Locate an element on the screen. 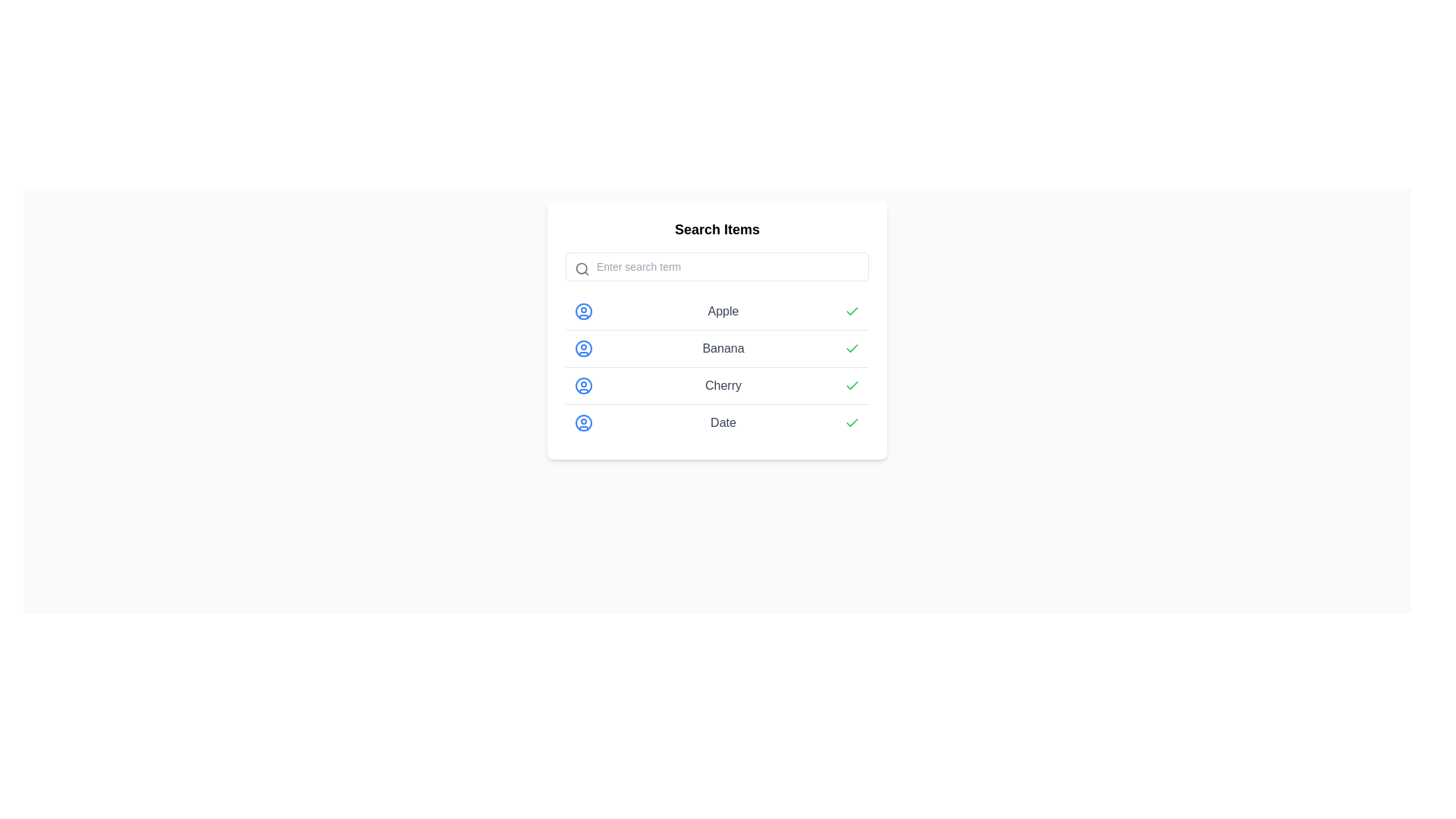 This screenshot has height=819, width=1456. the label element that serves as a title for the interactive list item named 'Date', located in the fourth position from the top, between a user icon and a green checkmark is located at coordinates (723, 423).